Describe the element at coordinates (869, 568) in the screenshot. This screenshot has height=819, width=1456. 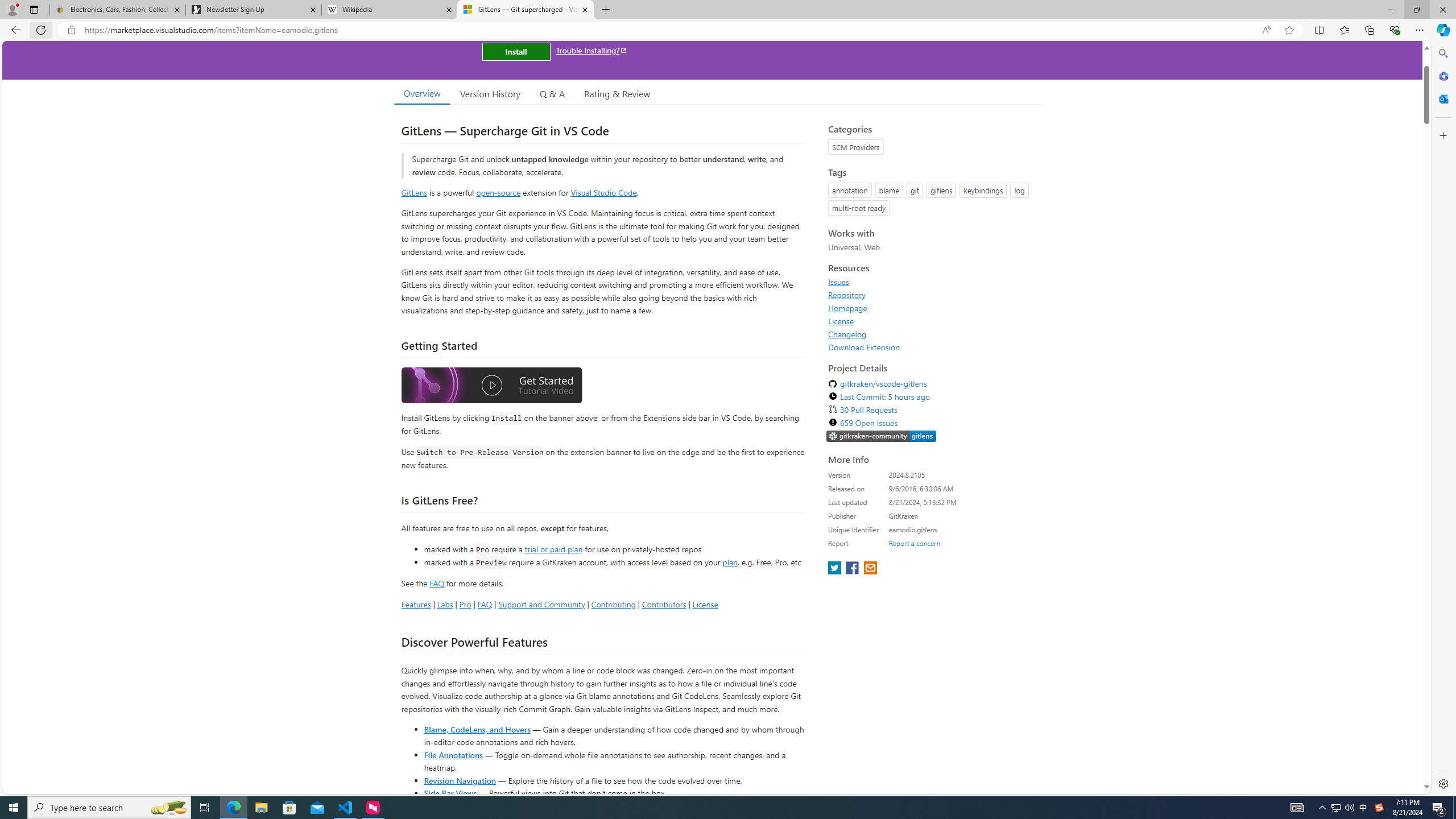
I see `'share extension on email'` at that location.